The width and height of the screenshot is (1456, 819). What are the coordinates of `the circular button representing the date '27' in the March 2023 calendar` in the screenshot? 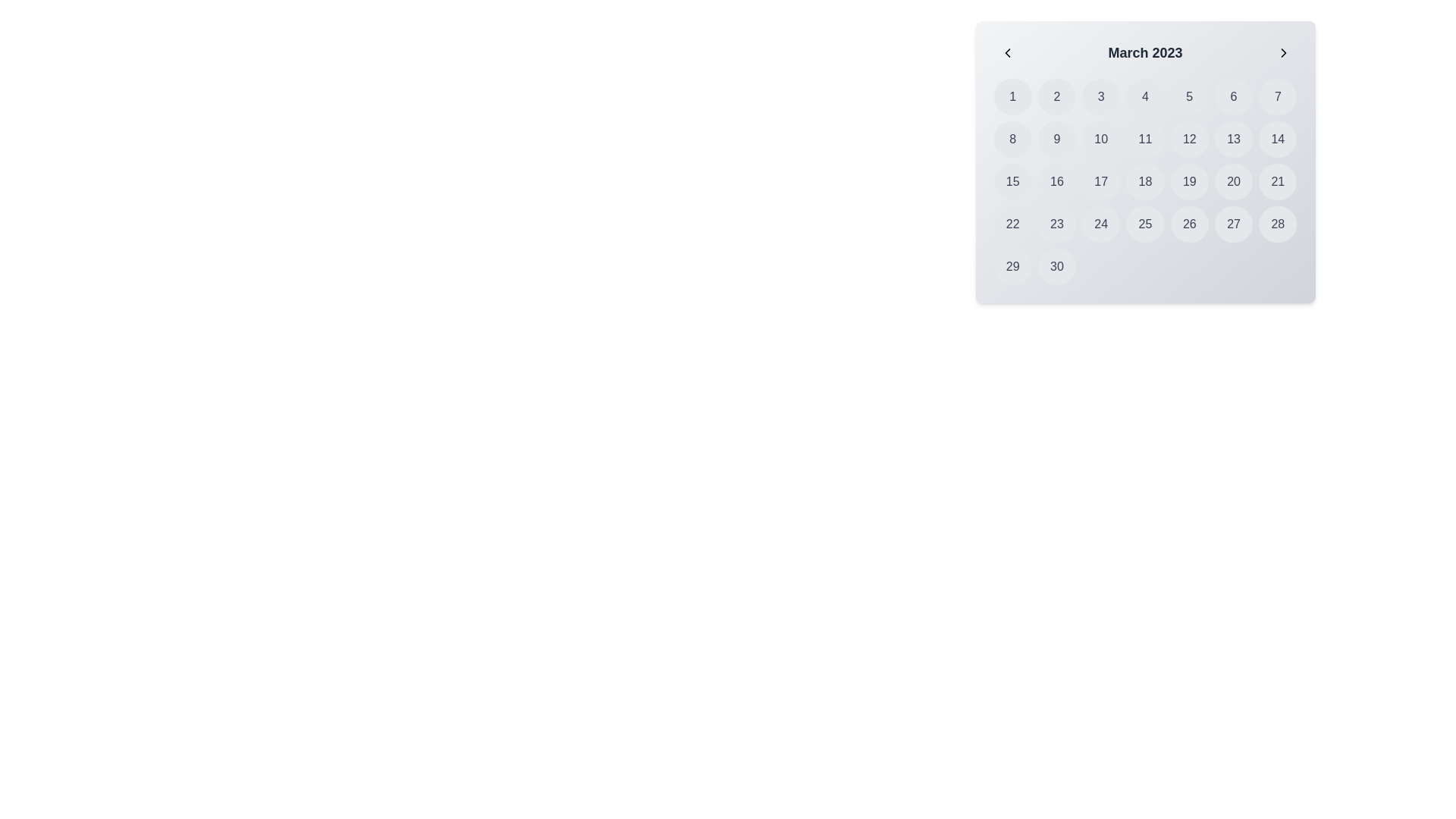 It's located at (1234, 224).